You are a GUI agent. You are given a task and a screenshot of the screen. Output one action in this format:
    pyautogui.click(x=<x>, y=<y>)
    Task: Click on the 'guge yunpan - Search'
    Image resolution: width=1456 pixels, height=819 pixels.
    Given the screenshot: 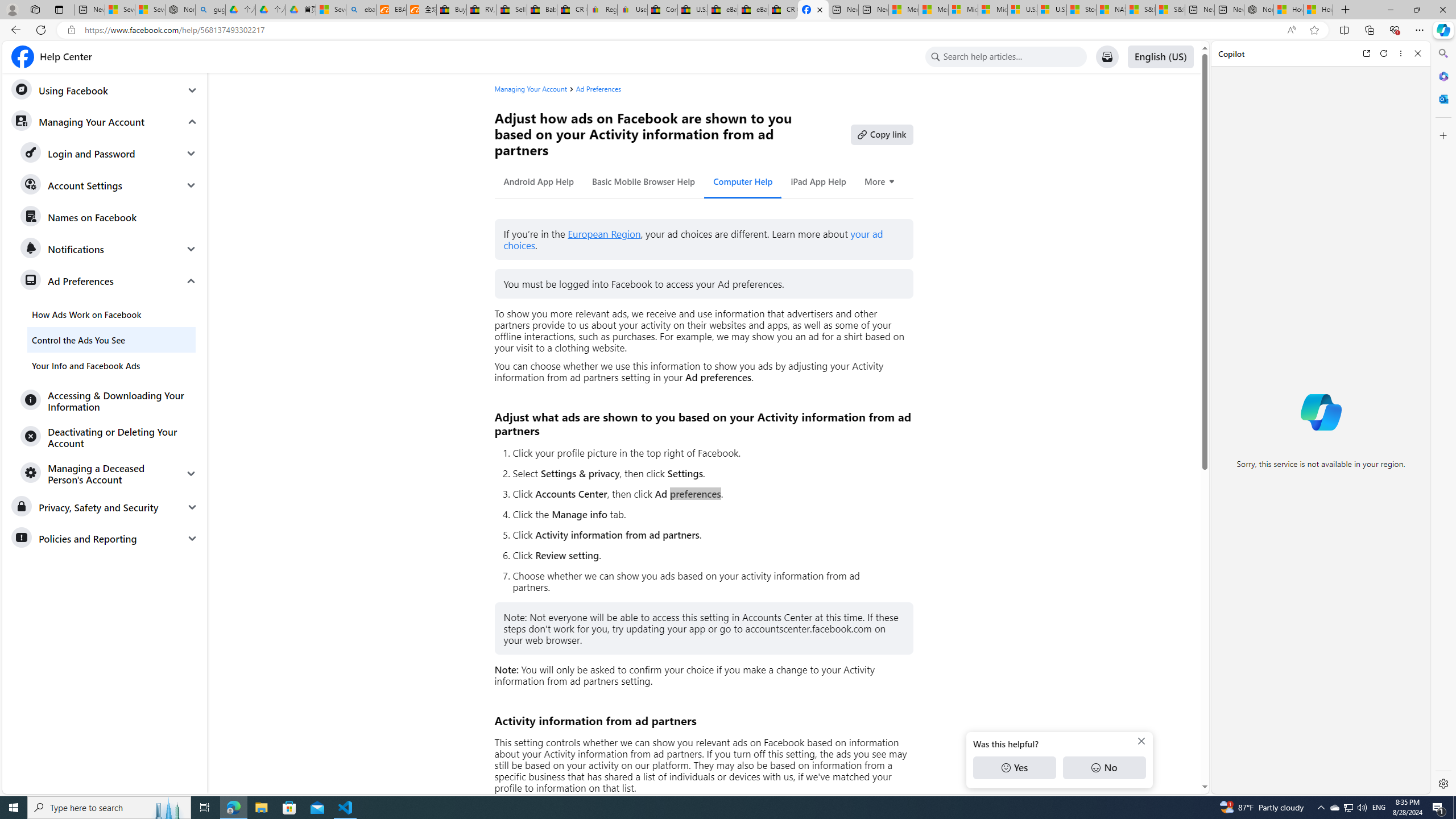 What is the action you would take?
    pyautogui.click(x=209, y=9)
    